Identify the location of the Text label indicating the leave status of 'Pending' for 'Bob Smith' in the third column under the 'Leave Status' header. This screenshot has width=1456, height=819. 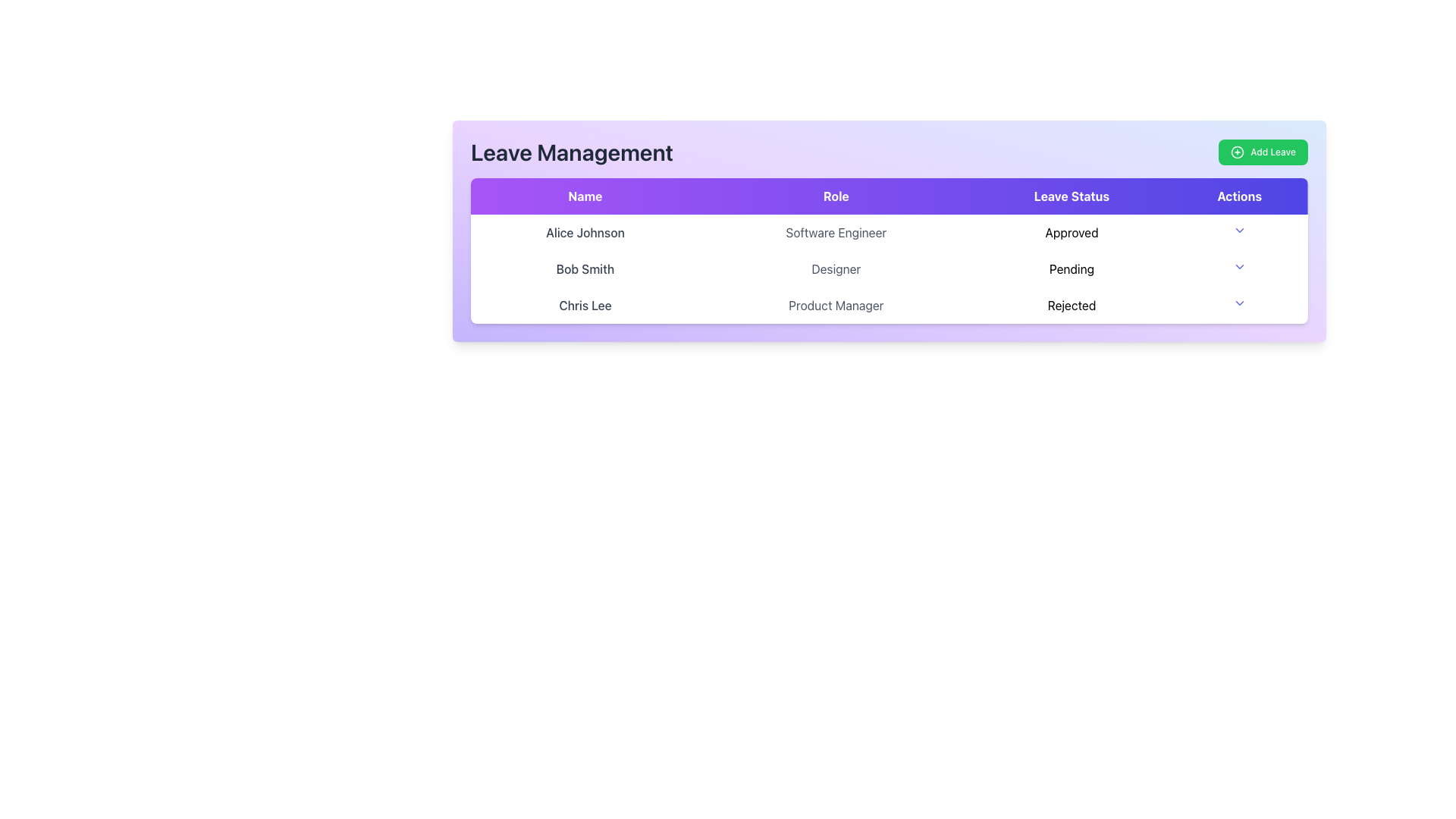
(1071, 268).